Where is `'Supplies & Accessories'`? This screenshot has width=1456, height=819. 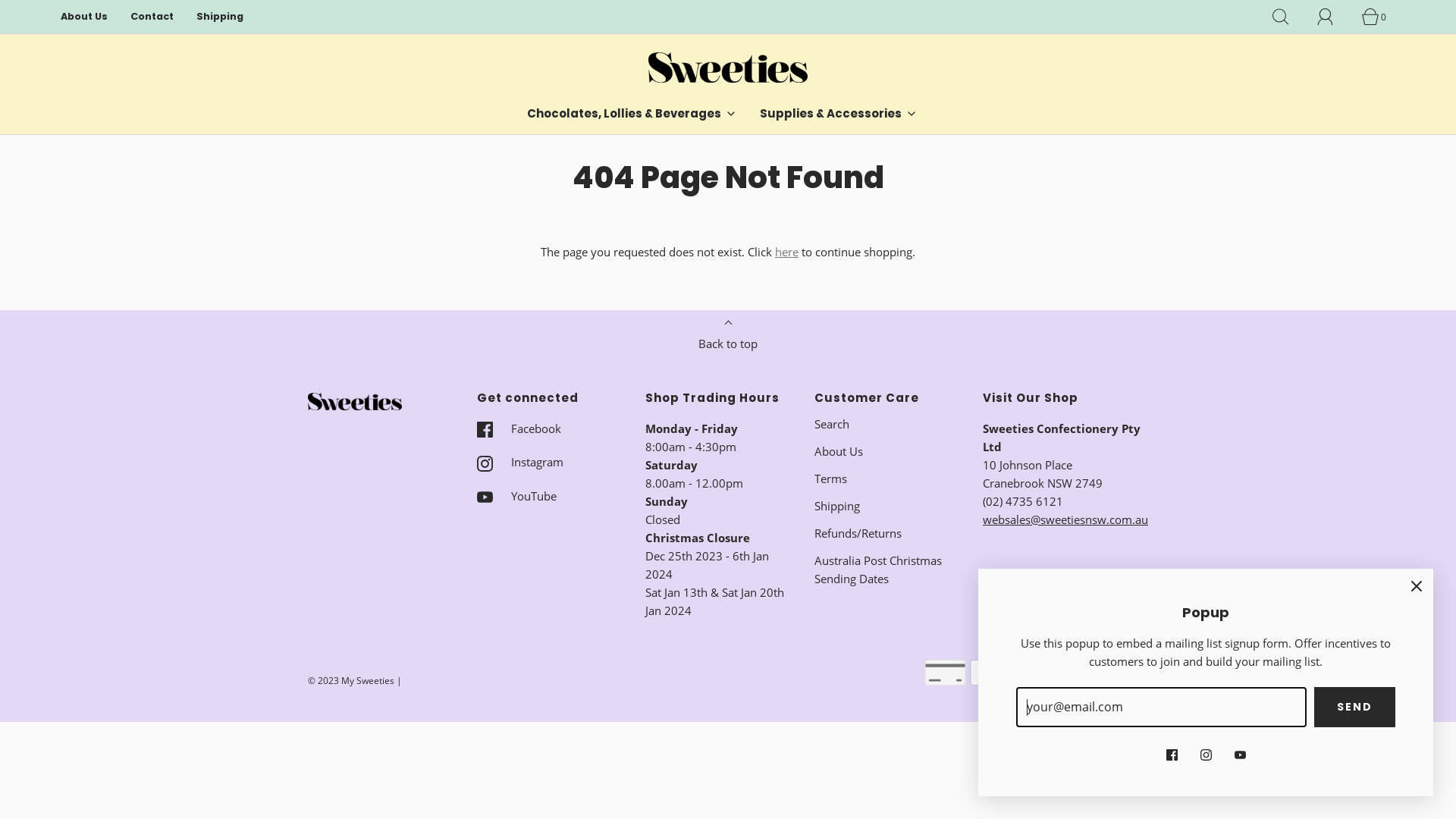 'Supplies & Accessories' is located at coordinates (837, 113).